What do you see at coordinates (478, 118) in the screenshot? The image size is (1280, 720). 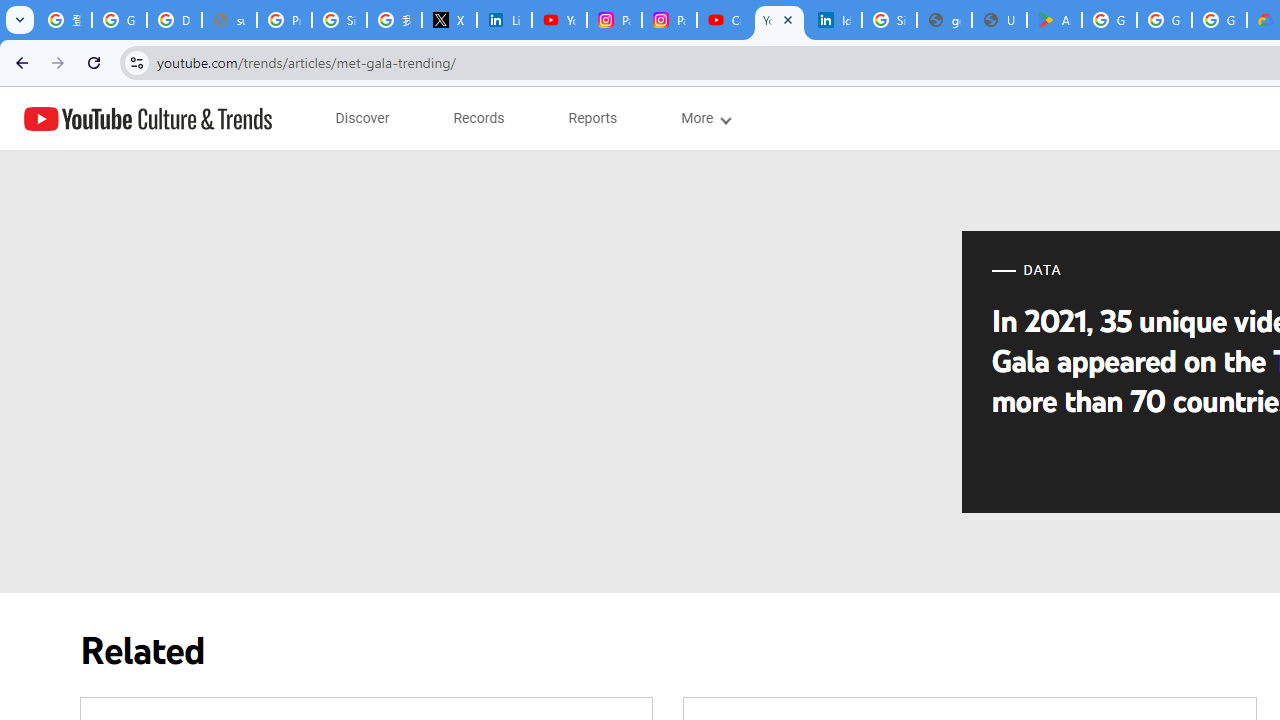 I see `'subnav-Records menupopup'` at bounding box center [478, 118].